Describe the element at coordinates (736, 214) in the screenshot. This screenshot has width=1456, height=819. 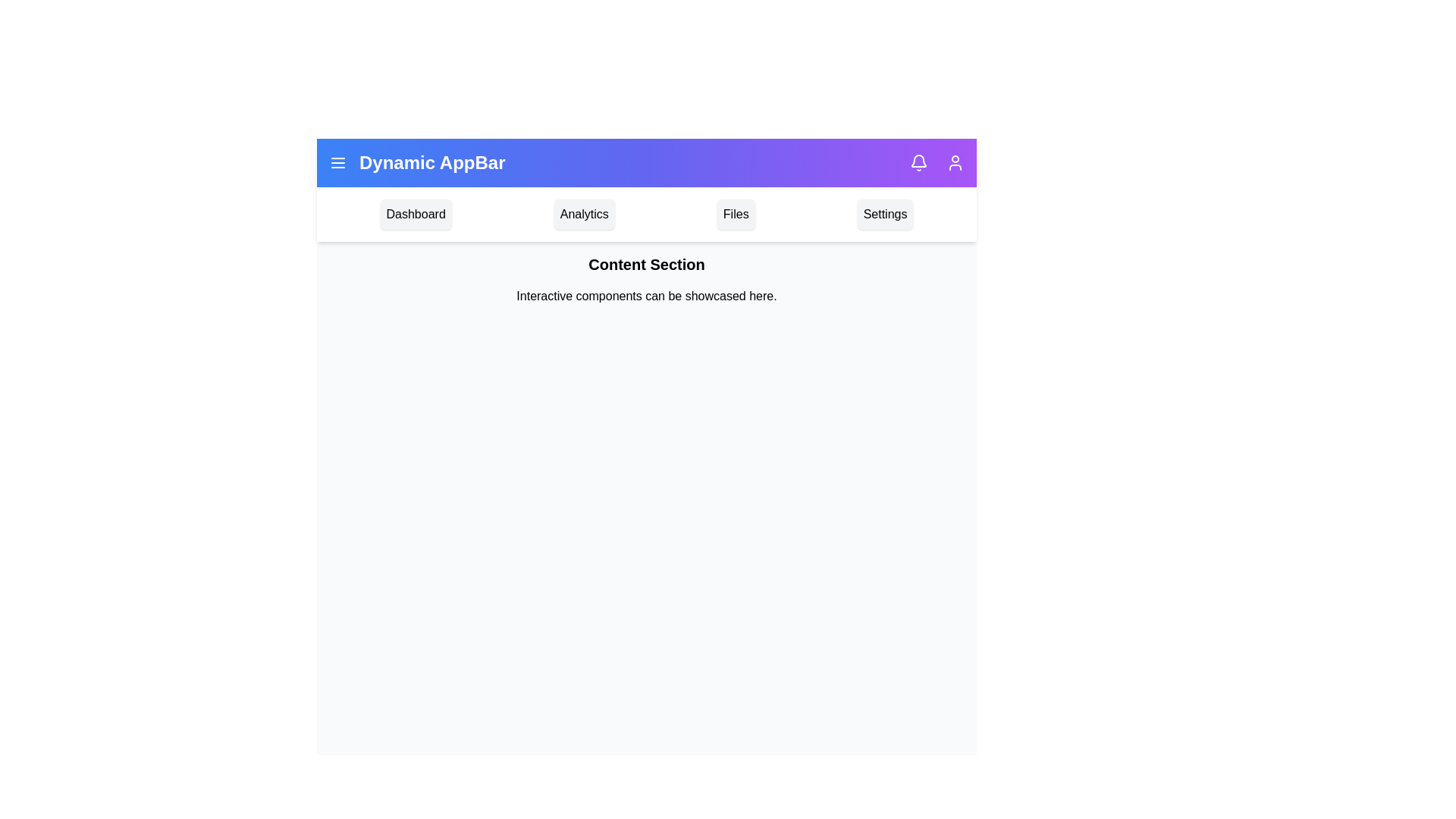
I see `the navigation menu item labeled Files` at that location.